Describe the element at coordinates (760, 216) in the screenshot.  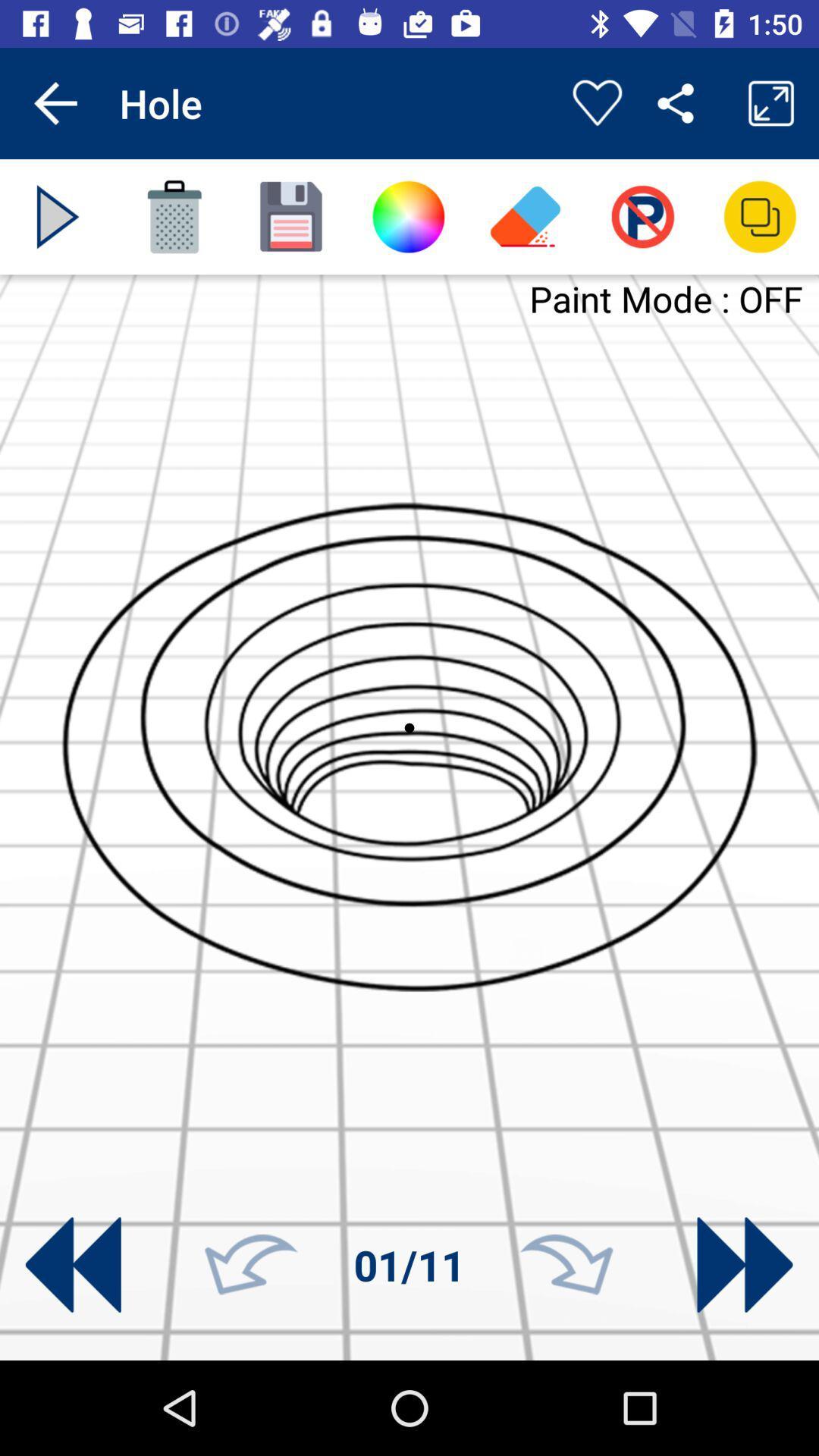
I see `layer` at that location.